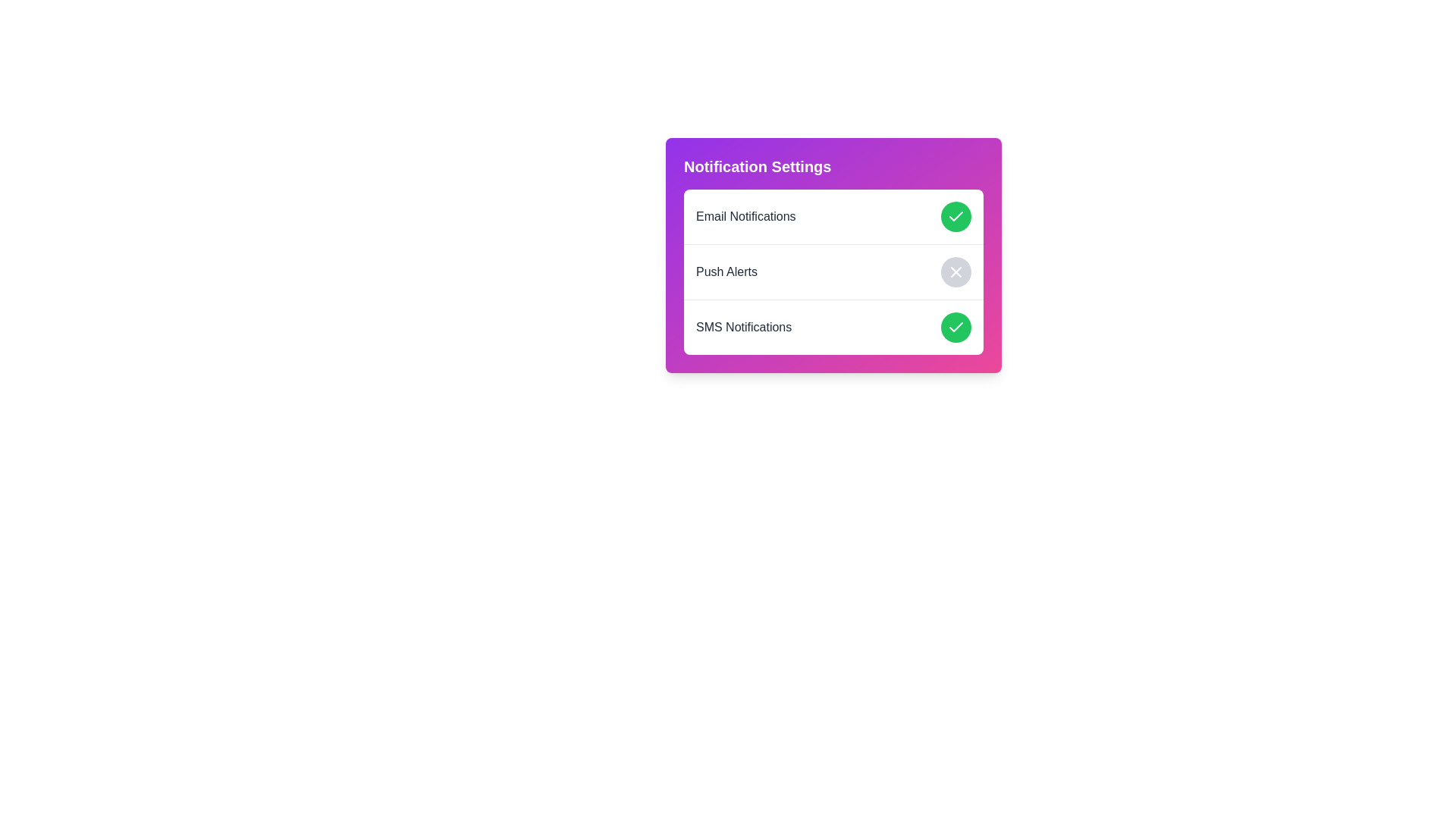 The height and width of the screenshot is (819, 1456). Describe the element at coordinates (744, 327) in the screenshot. I see `the text label that reads 'SMS Notifications', which is styled with a medium font weight and dark gray text color, located within the notification settings card at the bottom of the list of notifications settings` at that location.